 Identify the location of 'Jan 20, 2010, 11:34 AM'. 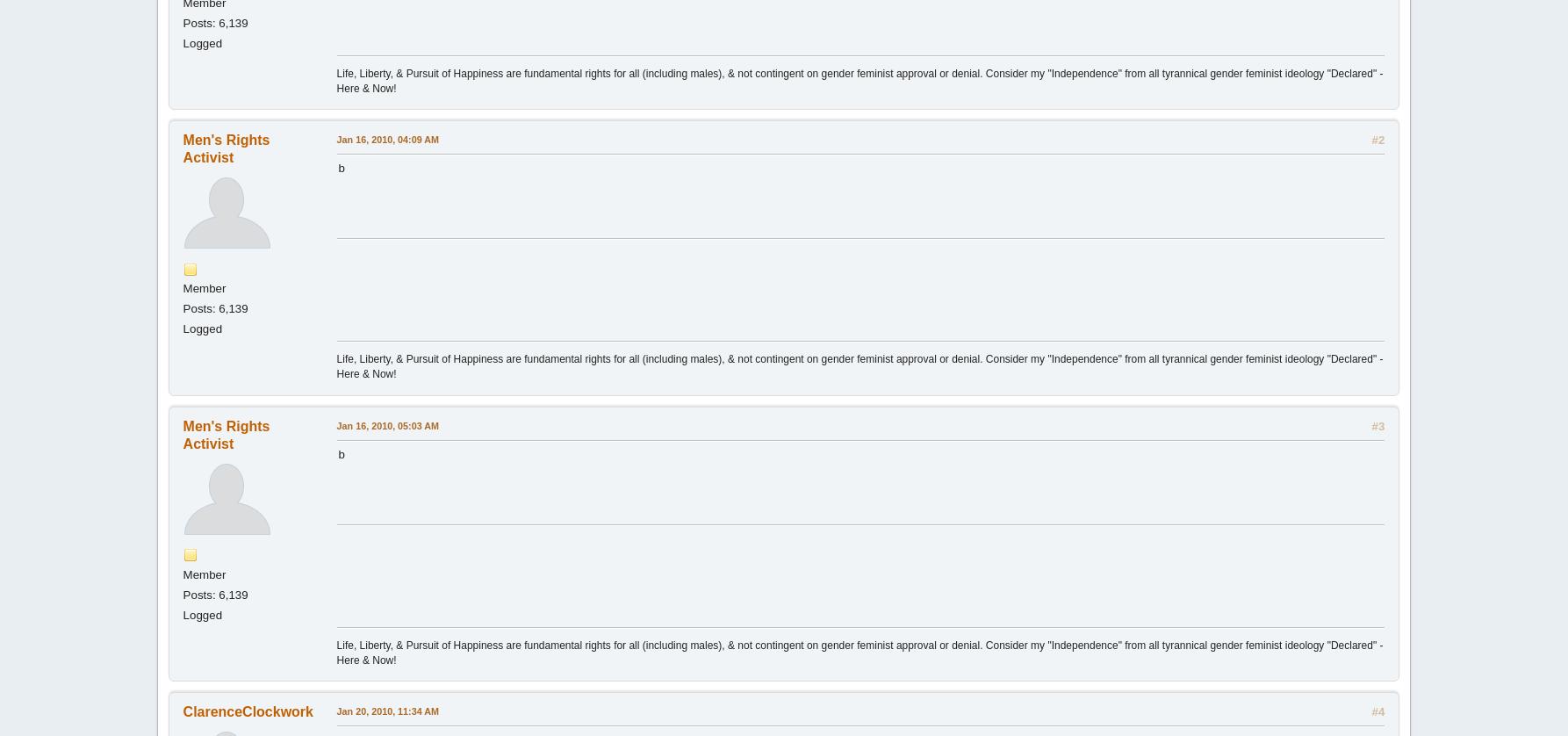
(335, 711).